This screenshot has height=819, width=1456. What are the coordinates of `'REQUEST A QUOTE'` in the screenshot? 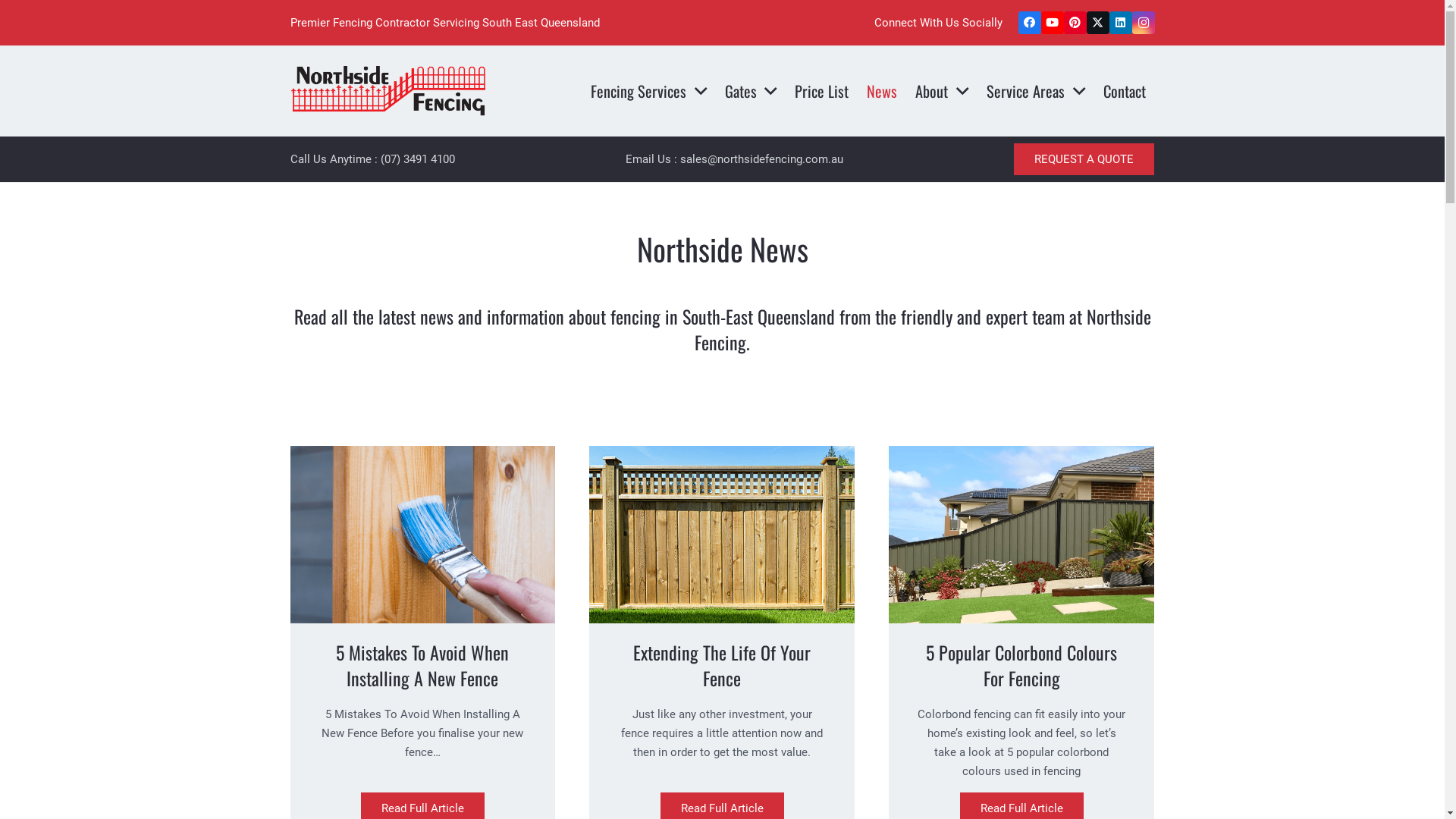 It's located at (1083, 158).